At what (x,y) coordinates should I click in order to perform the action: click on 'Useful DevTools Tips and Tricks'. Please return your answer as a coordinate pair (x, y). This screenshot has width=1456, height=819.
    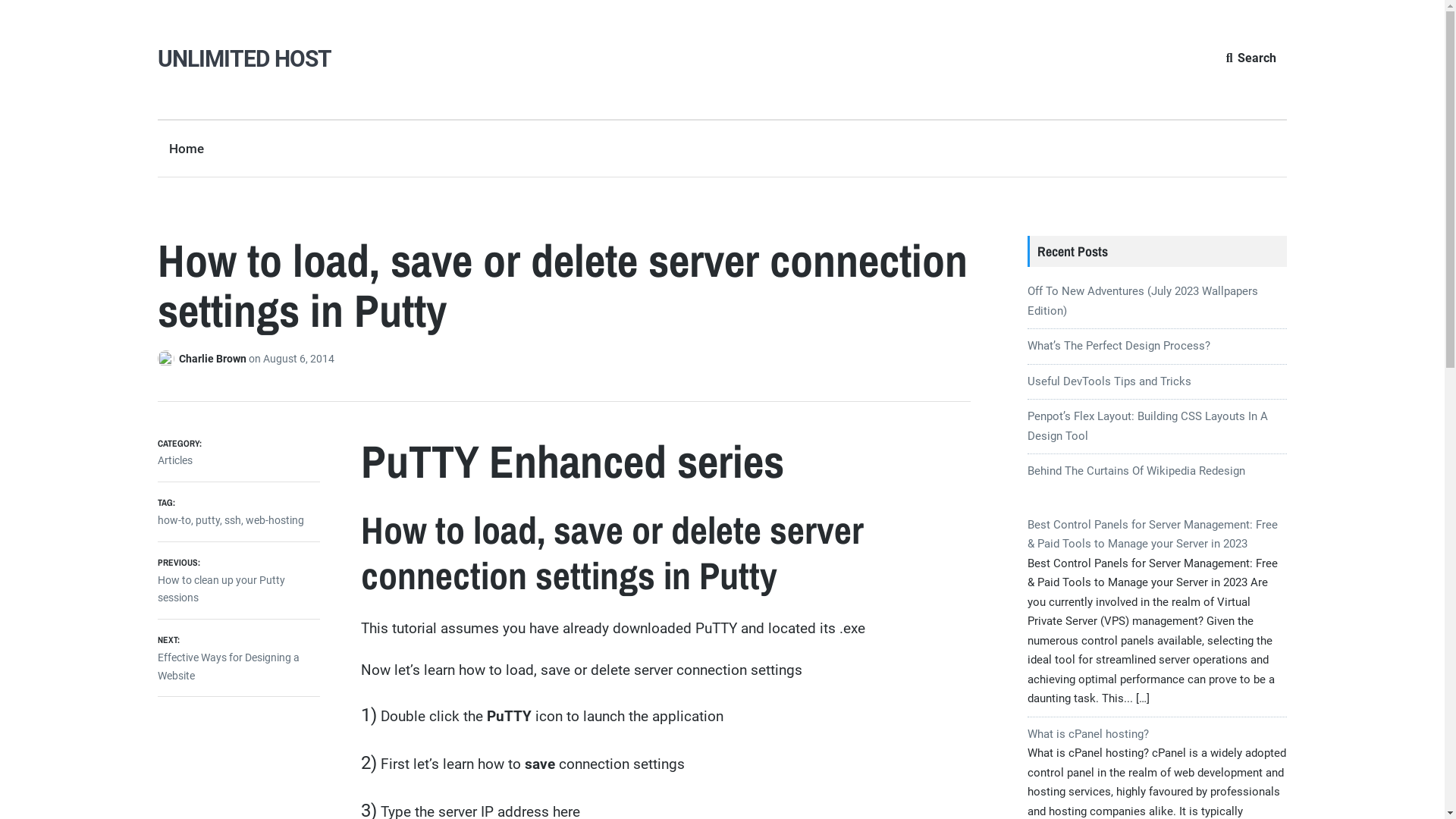
    Looking at the image, I should click on (1109, 380).